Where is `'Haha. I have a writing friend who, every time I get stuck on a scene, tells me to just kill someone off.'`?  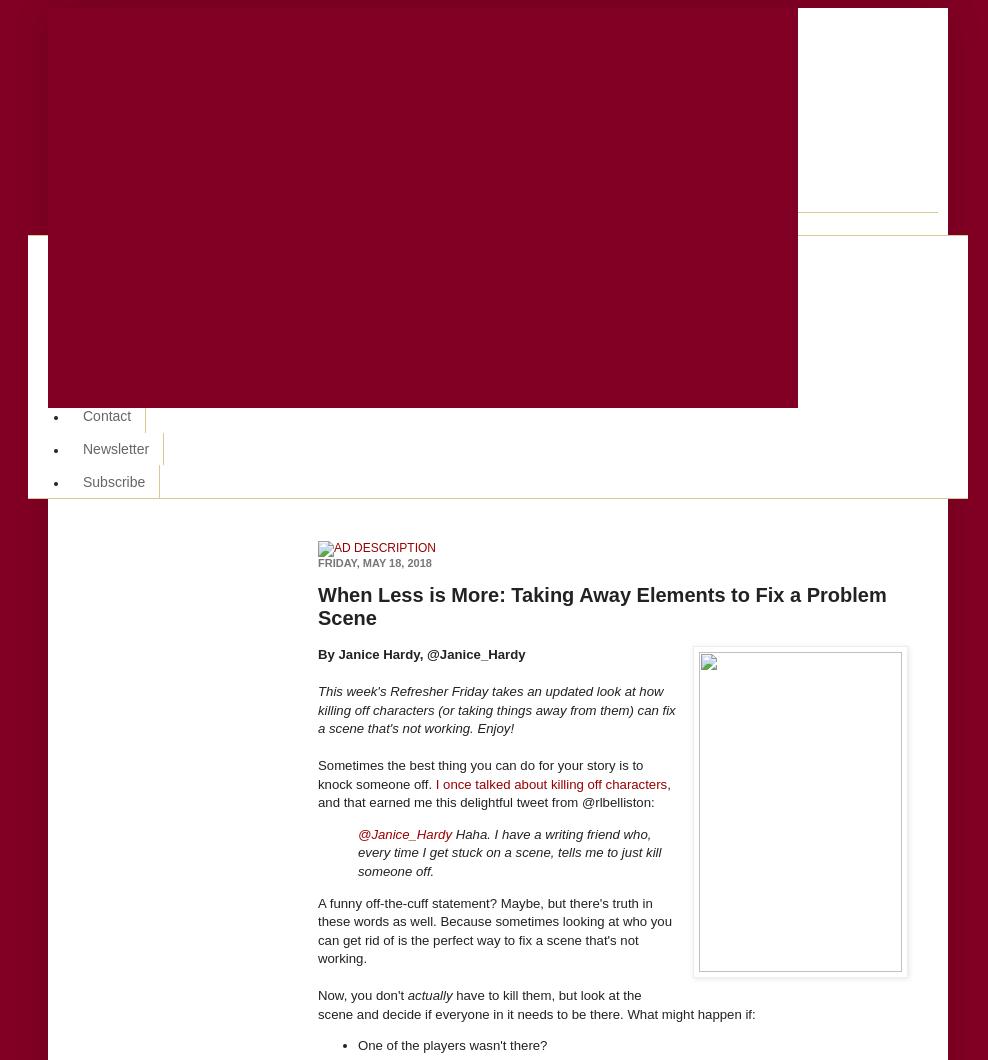 'Haha. I have a writing friend who, every time I get stuck on a scene, tells me to just kill someone off.' is located at coordinates (508, 852).